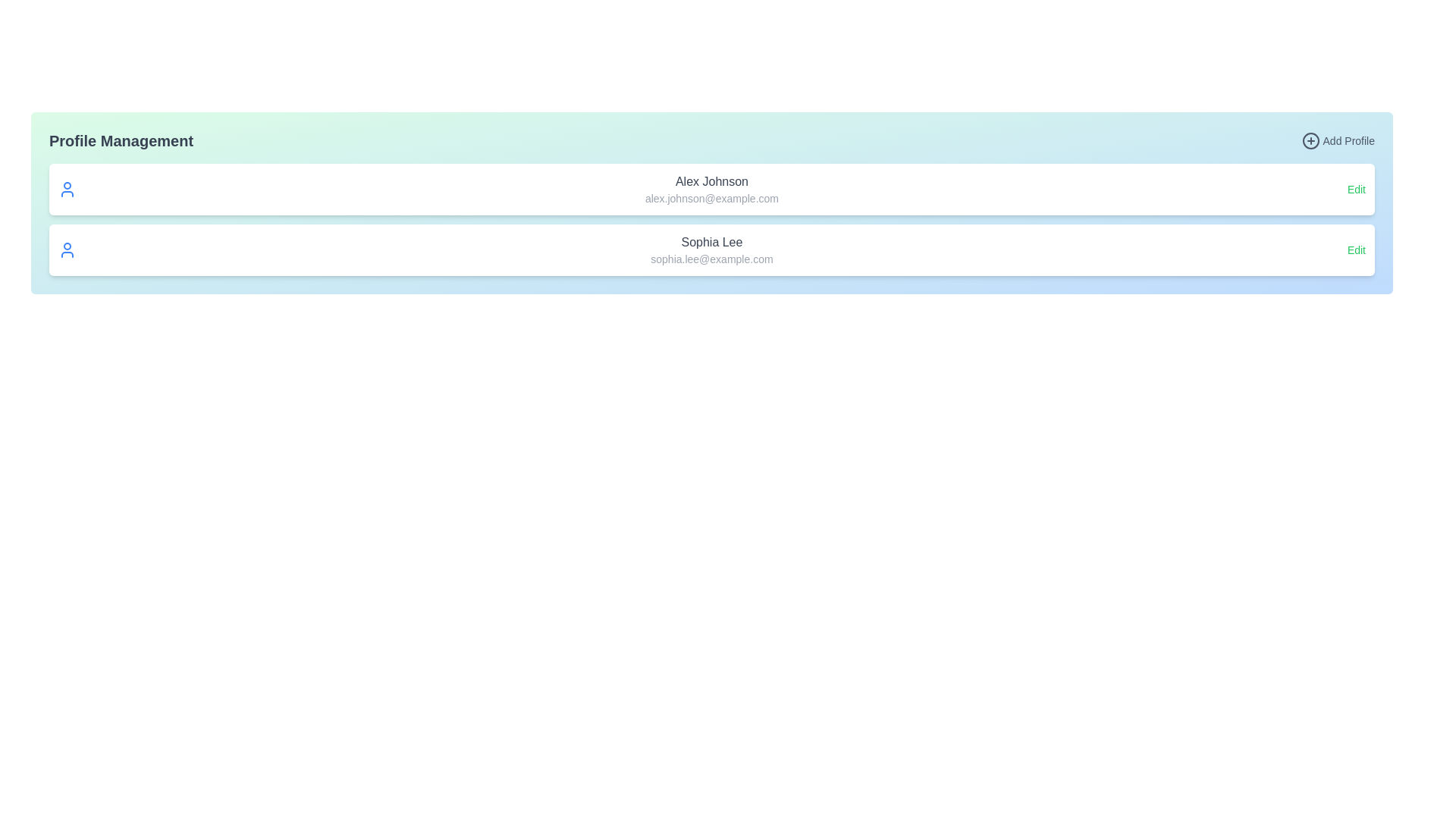 This screenshot has height=819, width=1456. Describe the element at coordinates (711, 198) in the screenshot. I see `the non-interactive text label displaying the email address associated with user 'Alex Johnson', located immediately below the text line of 'Alex Johnson'` at that location.